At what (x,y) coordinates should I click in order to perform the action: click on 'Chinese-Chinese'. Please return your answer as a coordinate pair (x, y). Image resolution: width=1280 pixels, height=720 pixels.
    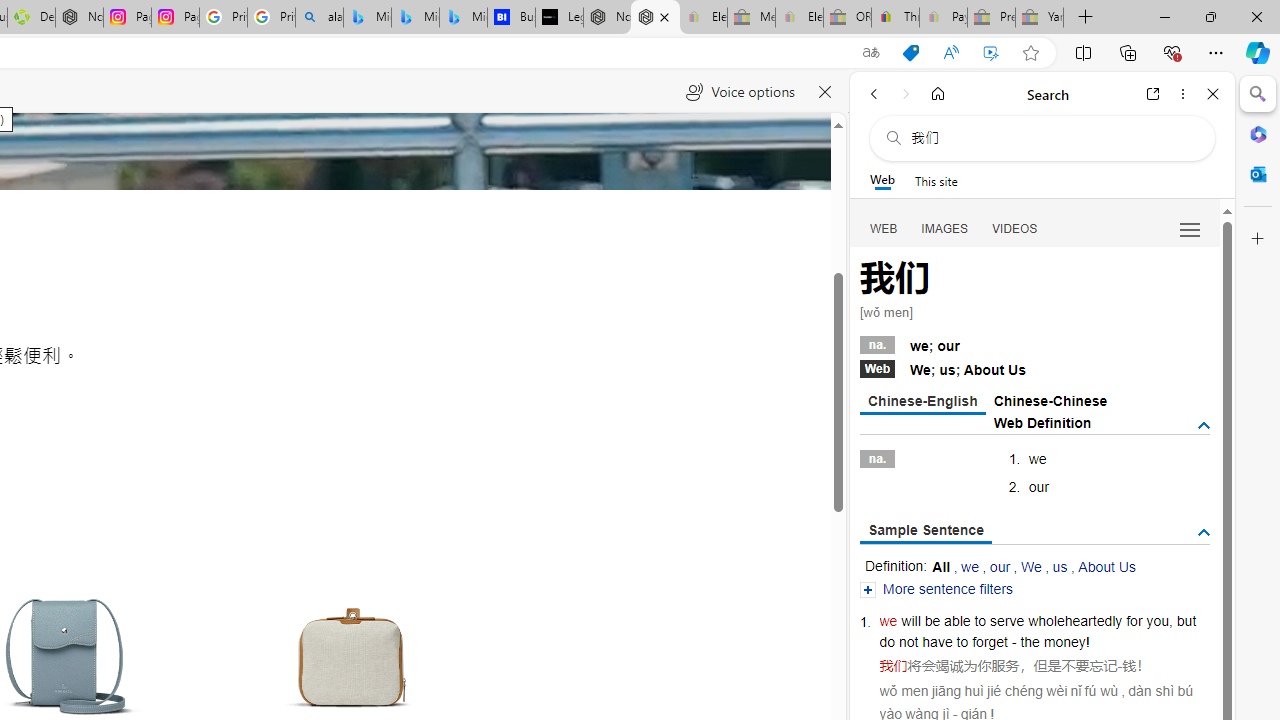
    Looking at the image, I should click on (1049, 401).